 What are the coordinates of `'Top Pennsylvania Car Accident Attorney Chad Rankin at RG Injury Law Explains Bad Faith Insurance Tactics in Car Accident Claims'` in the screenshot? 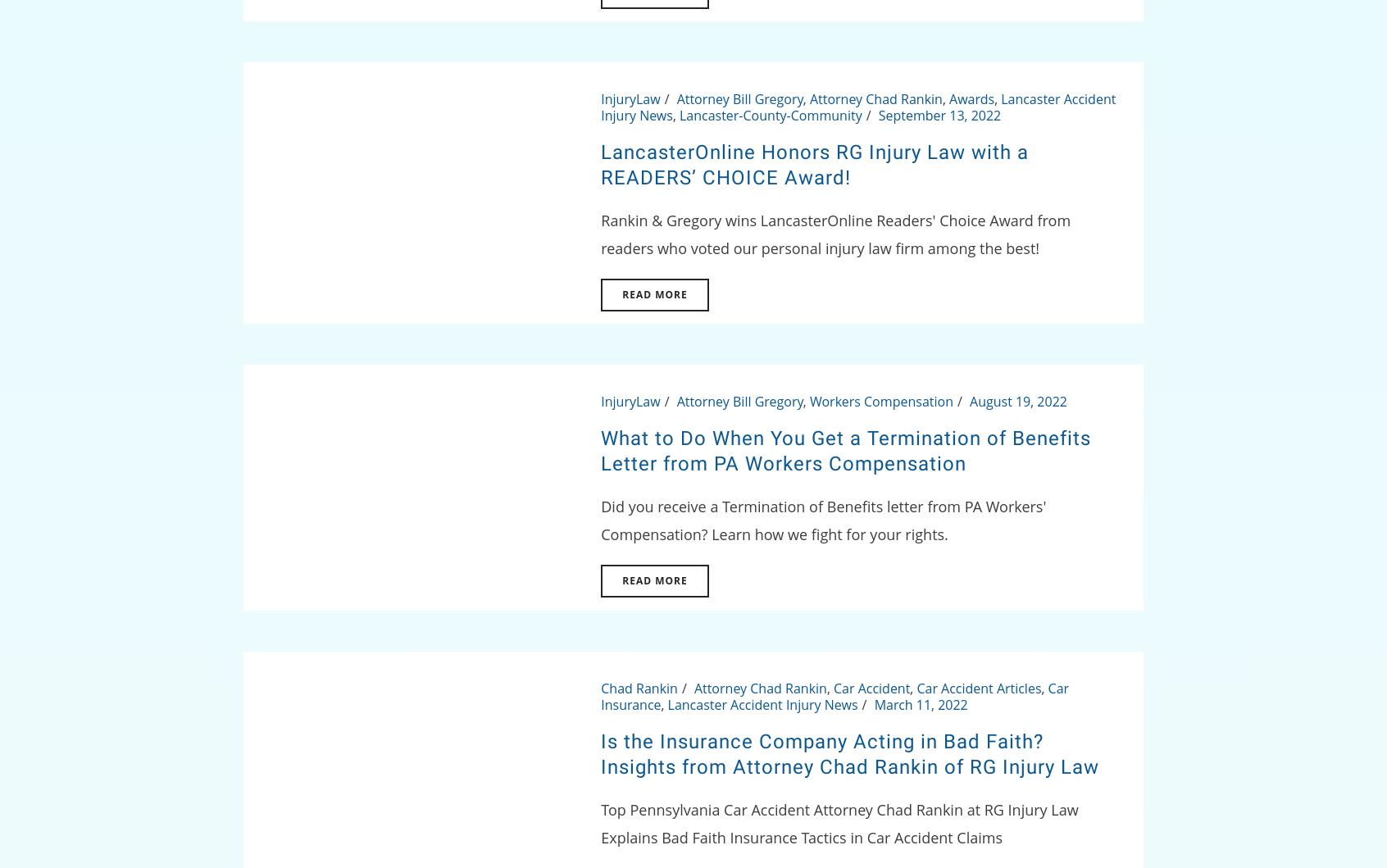 It's located at (838, 822).